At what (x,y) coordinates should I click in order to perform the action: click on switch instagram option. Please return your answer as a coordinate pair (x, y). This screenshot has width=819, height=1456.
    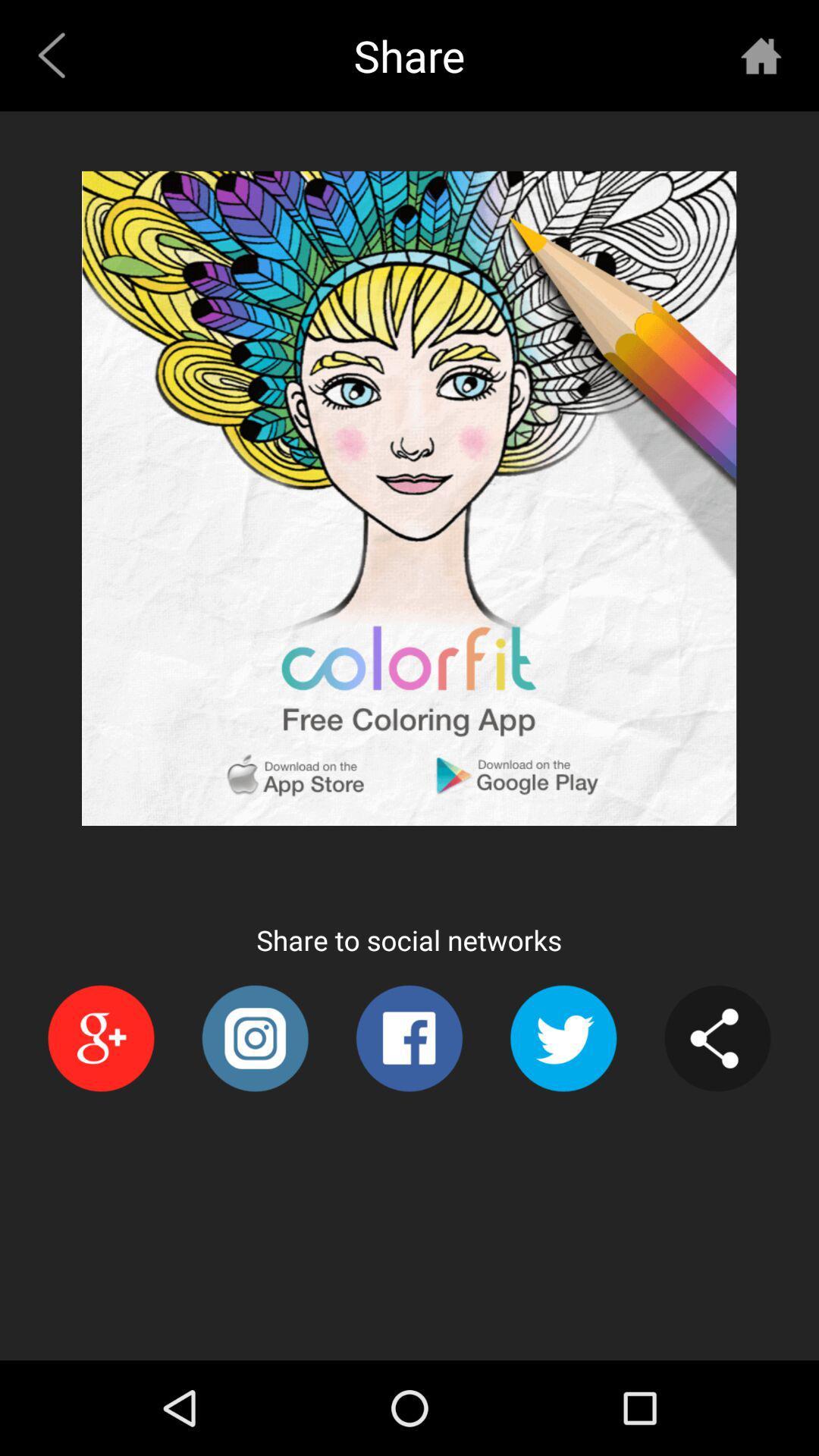
    Looking at the image, I should click on (254, 1037).